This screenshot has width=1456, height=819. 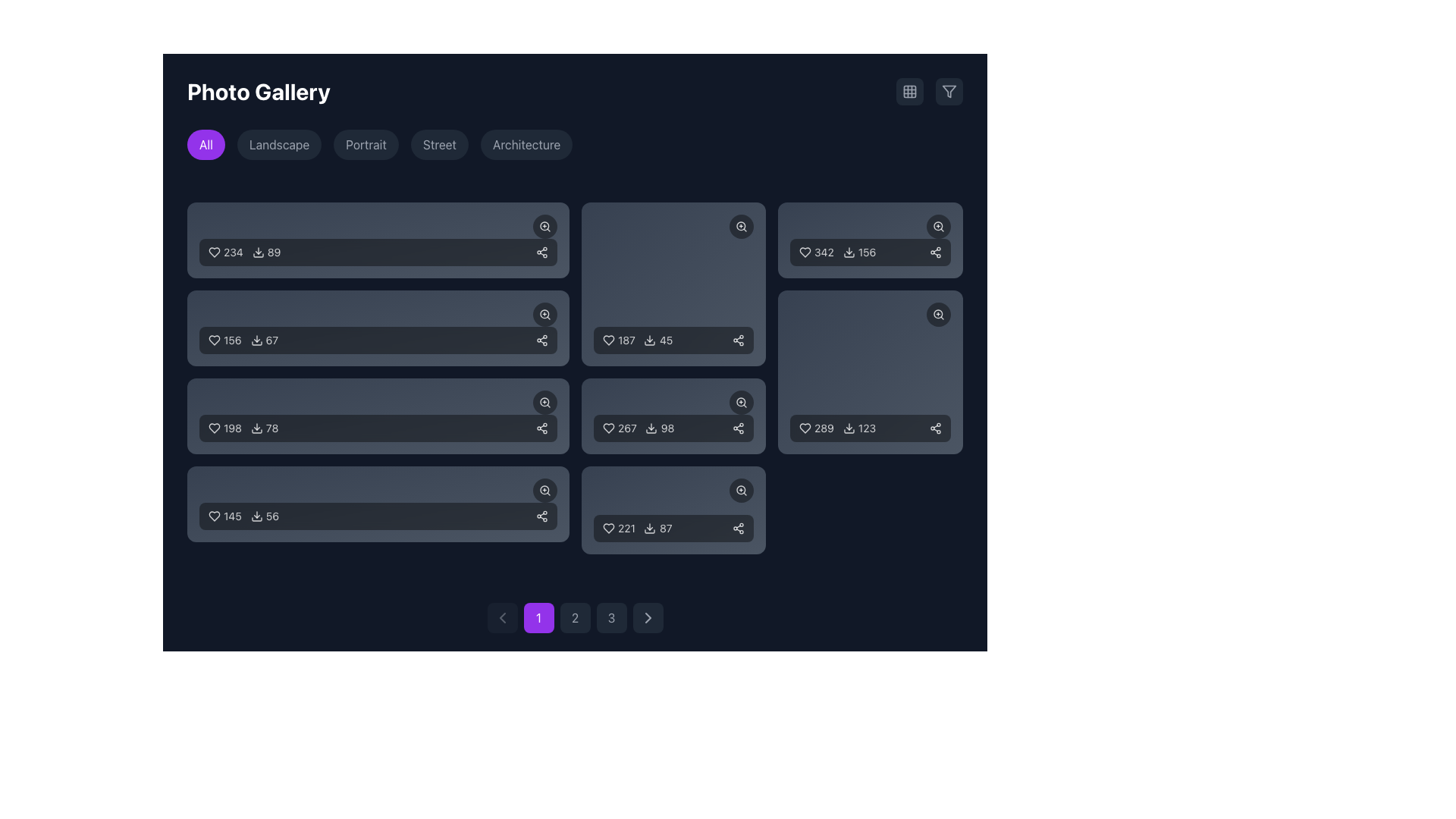 What do you see at coordinates (206, 145) in the screenshot?
I see `the pill-shaped button with a purple background and white text labeled 'All,' located in the upper-left section of the interface under 'Photo Gallery,' to observe any hover effects` at bounding box center [206, 145].